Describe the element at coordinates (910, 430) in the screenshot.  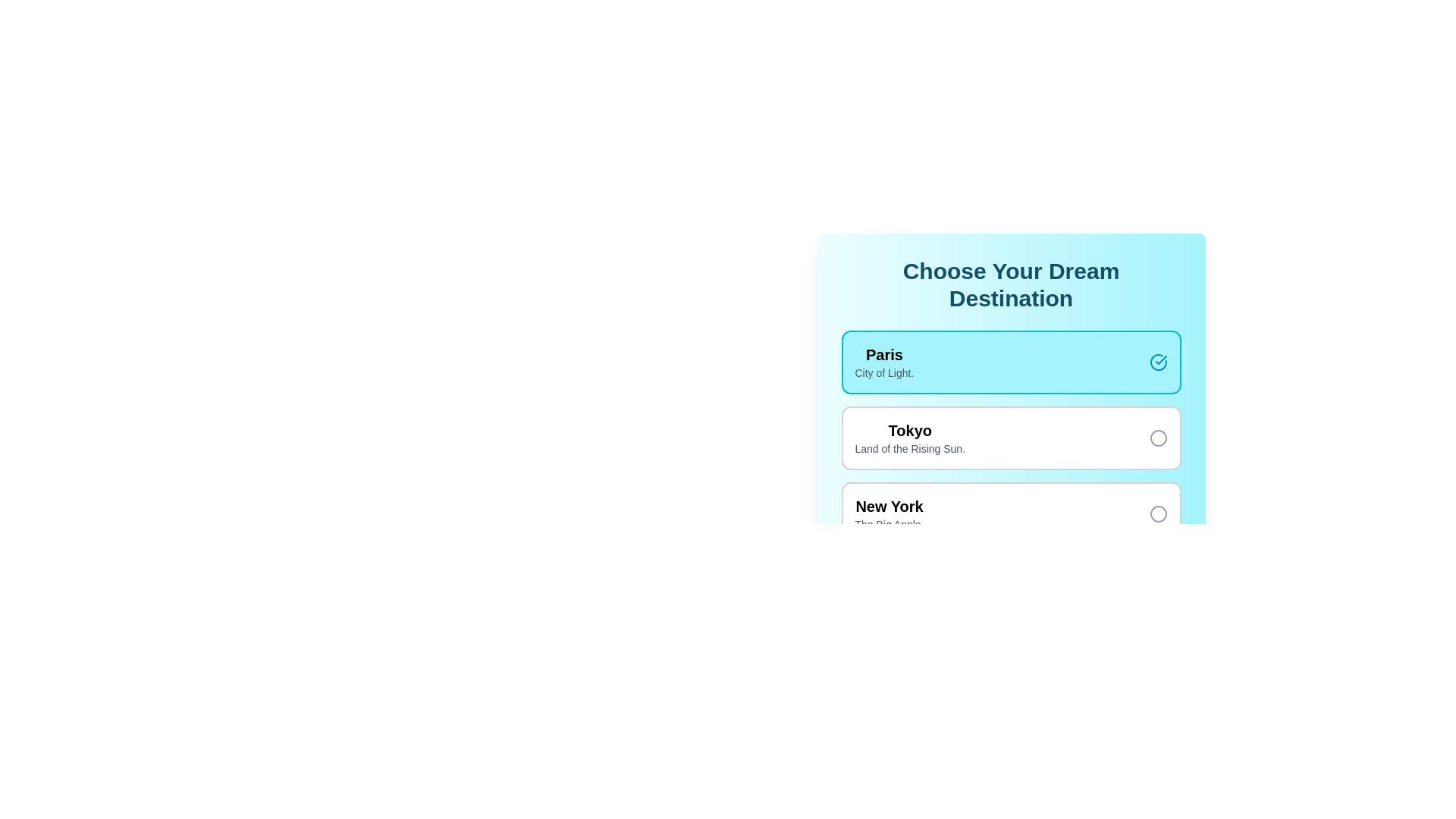
I see `the prominent label for the city 'Tokyo' in the selectable list of destinations` at that location.